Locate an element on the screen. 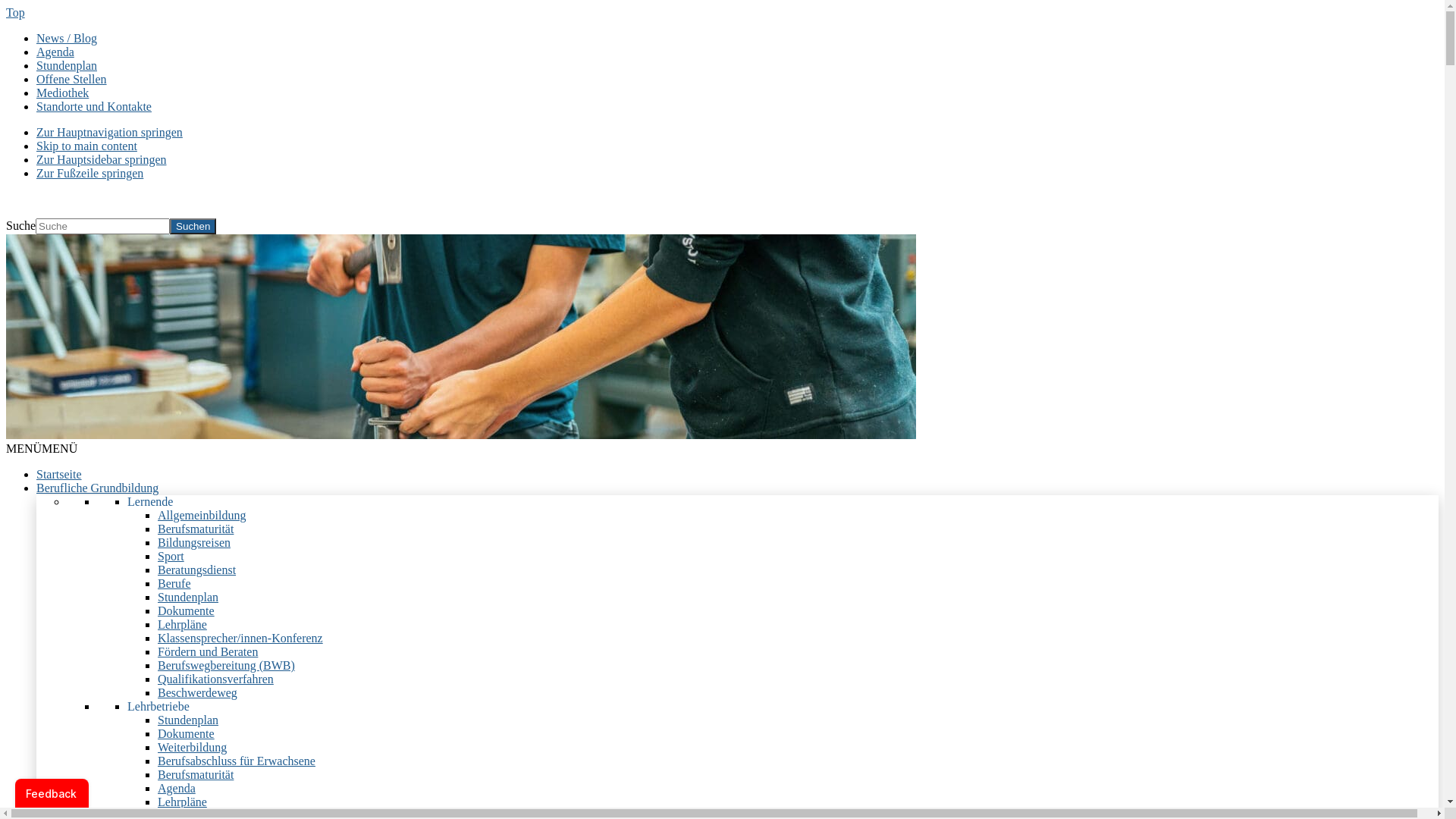 The image size is (1456, 819). 'Qualifikationsverfahren' is located at coordinates (215, 678).